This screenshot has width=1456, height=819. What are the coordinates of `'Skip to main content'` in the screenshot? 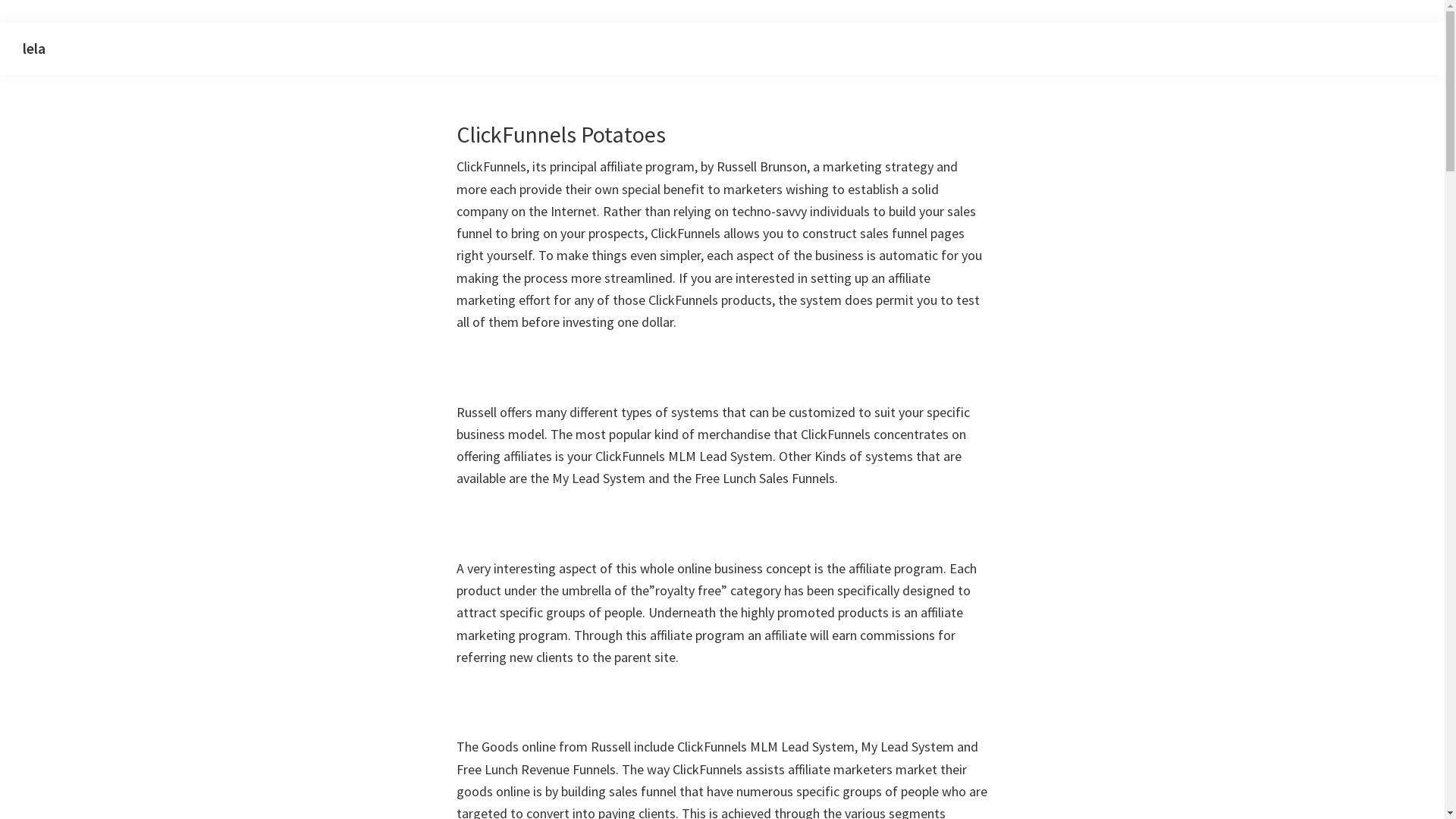 It's located at (0, 22).